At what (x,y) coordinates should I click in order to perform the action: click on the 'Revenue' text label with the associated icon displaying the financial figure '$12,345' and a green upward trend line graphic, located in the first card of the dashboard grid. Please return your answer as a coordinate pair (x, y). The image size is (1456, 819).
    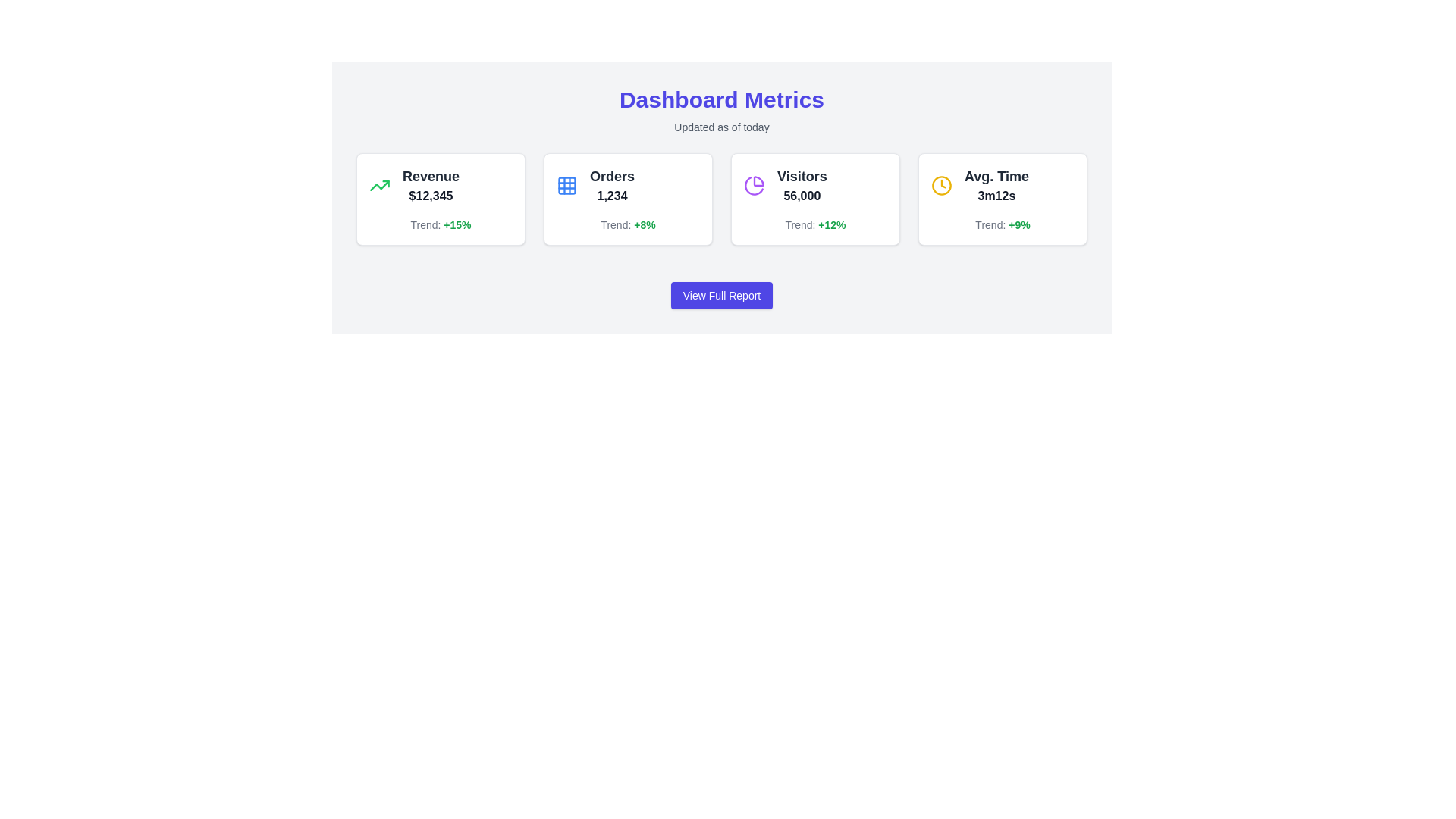
    Looking at the image, I should click on (440, 185).